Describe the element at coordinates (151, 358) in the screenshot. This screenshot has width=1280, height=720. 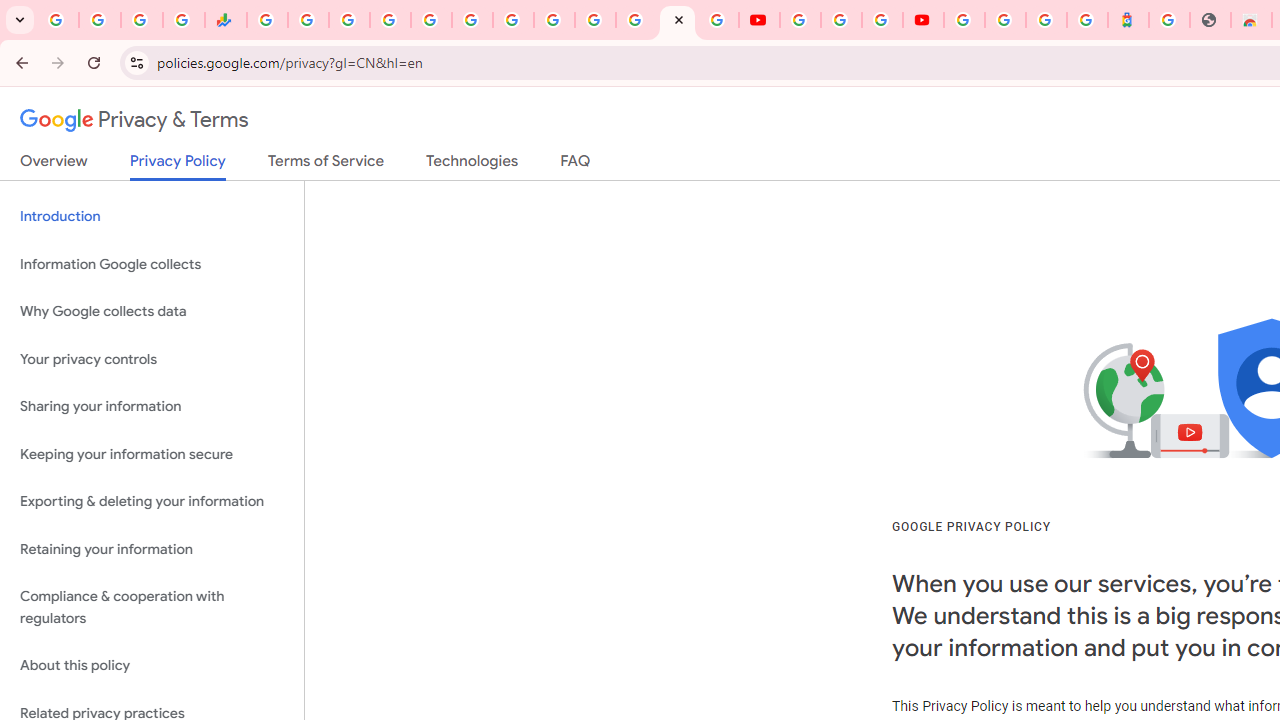
I see `'Your privacy controls'` at that location.